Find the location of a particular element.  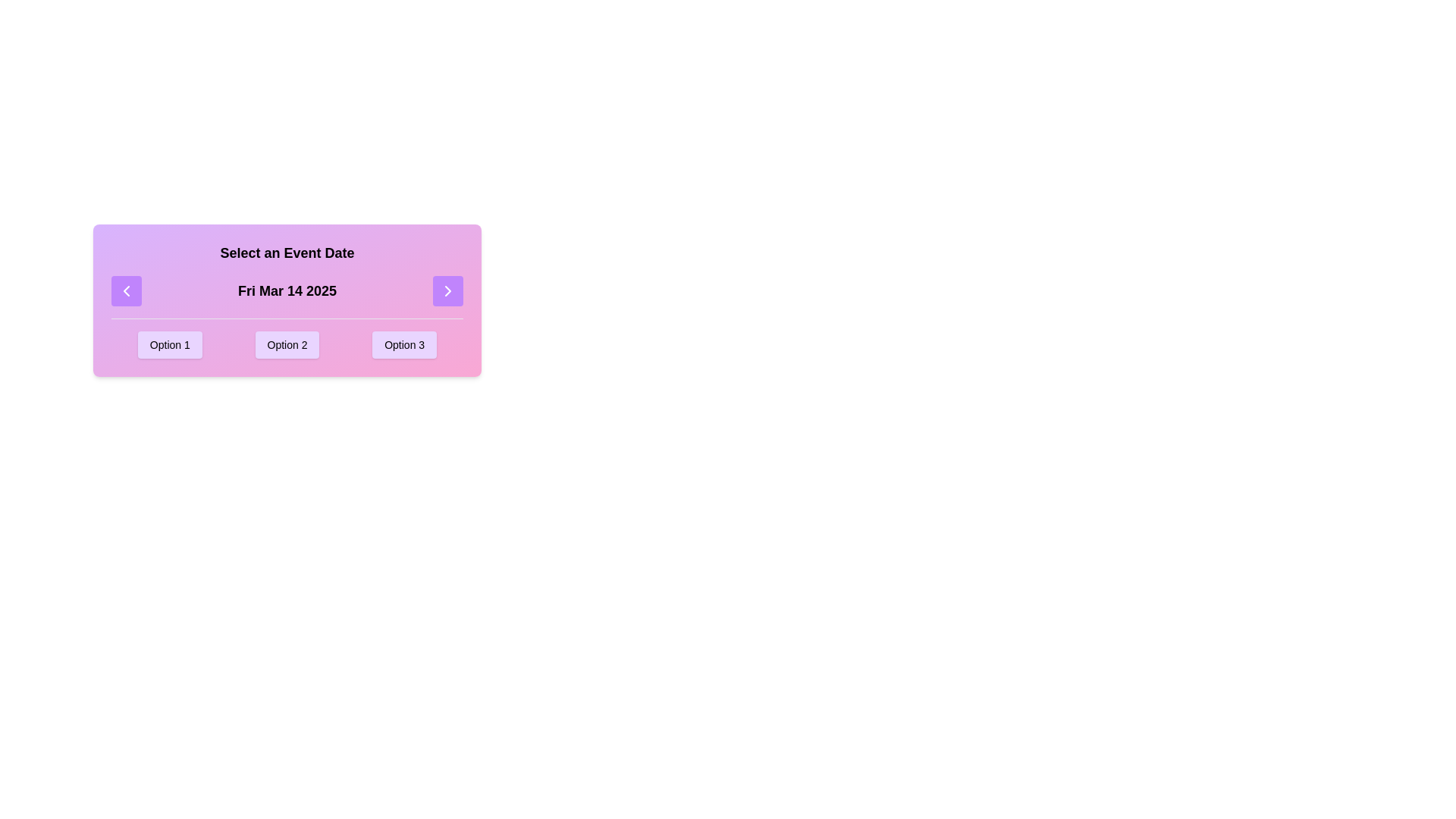

the button with a purple background and white border, featuring a right-pointing chevron icon is located at coordinates (447, 291).